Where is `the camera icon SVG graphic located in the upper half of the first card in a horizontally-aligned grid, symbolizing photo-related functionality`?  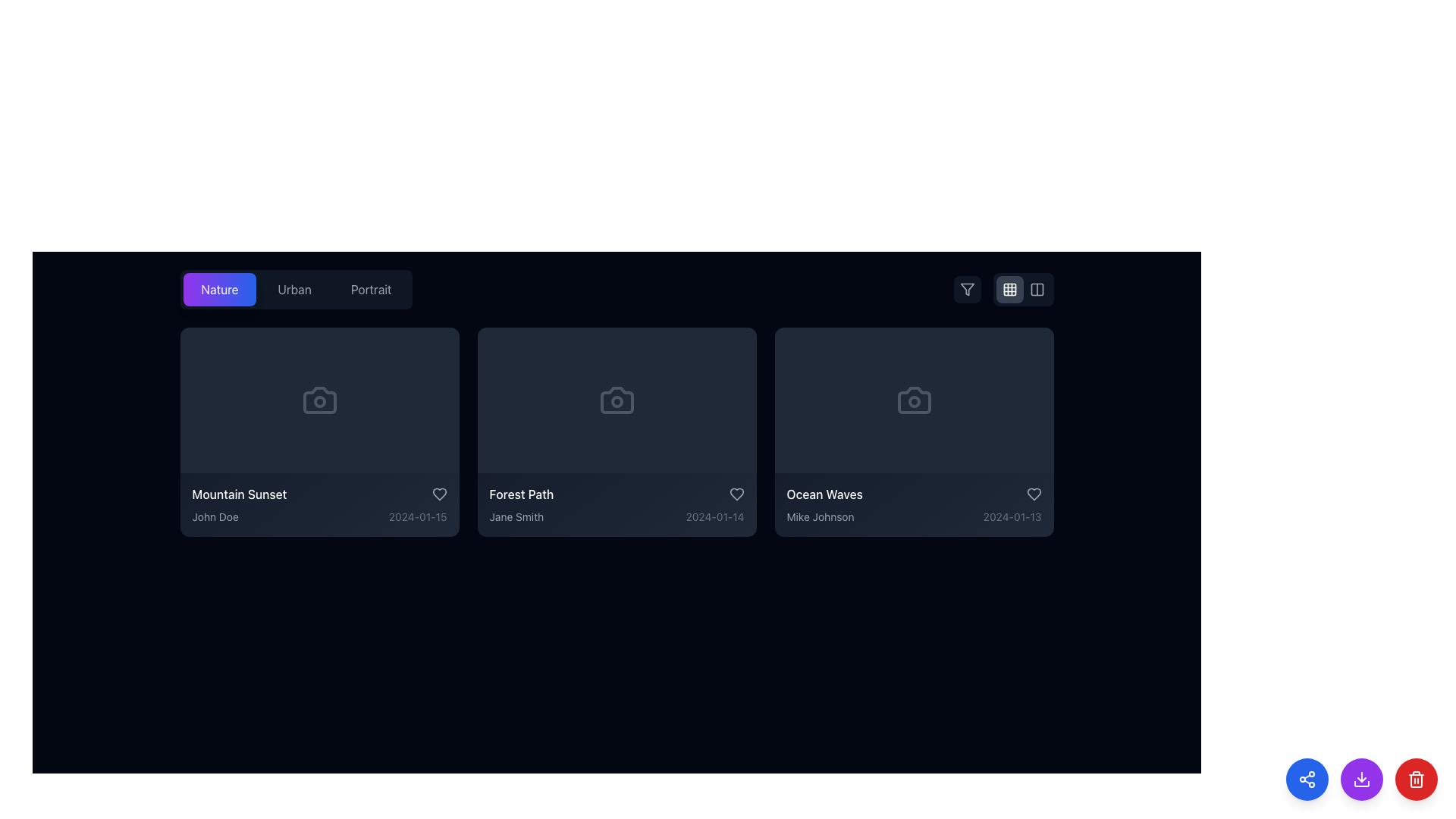
the camera icon SVG graphic located in the upper half of the first card in a horizontally-aligned grid, symbolizing photo-related functionality is located at coordinates (318, 400).